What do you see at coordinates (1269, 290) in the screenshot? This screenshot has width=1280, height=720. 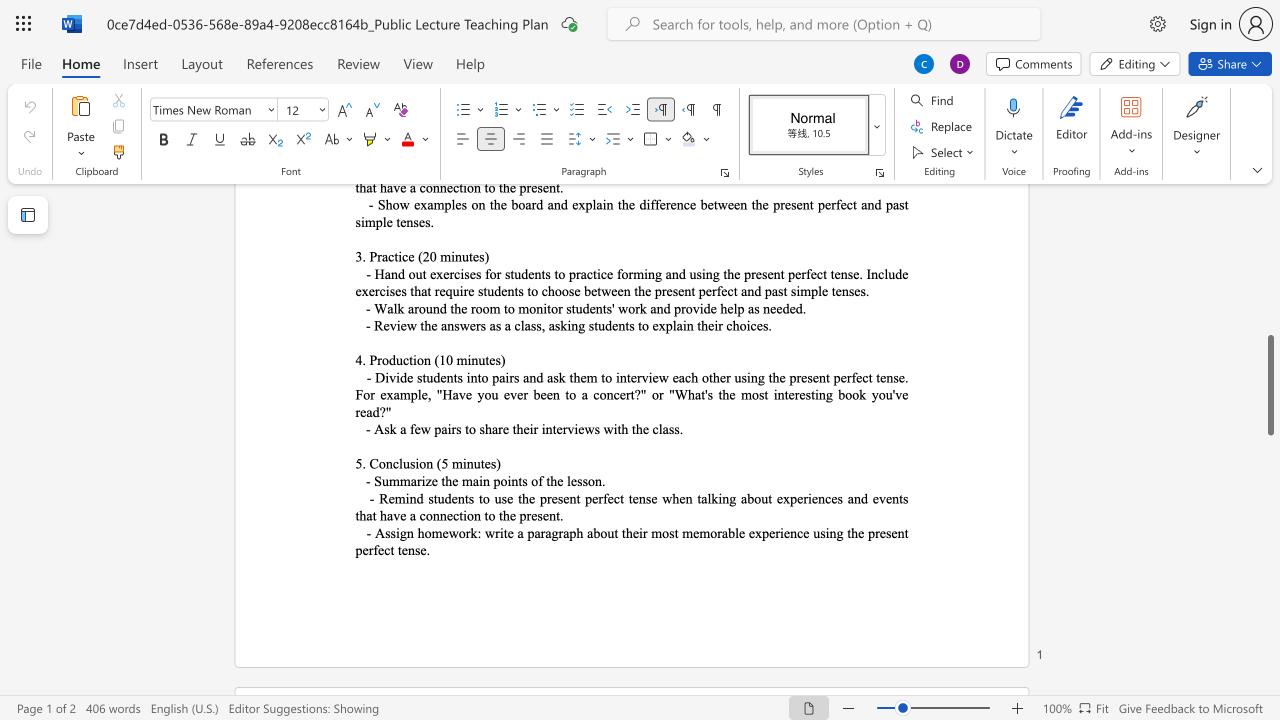 I see `the right-hand scrollbar to ascend the page` at bounding box center [1269, 290].